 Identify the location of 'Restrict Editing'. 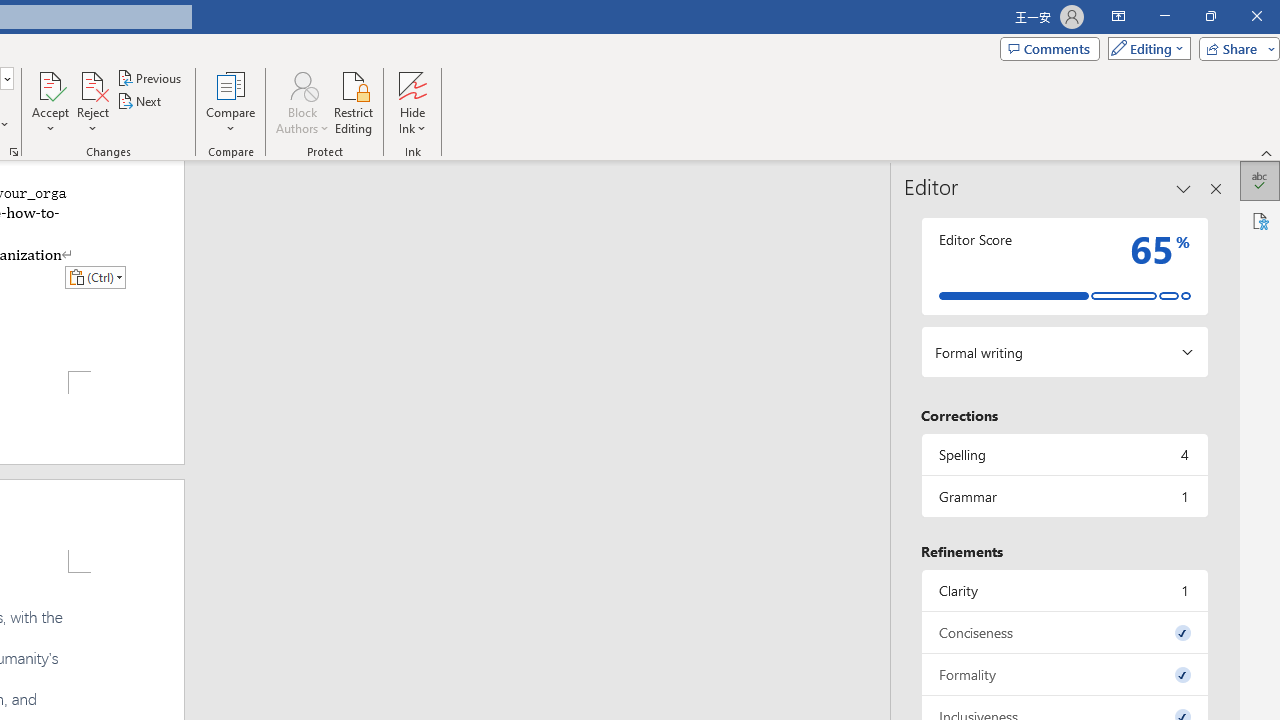
(353, 103).